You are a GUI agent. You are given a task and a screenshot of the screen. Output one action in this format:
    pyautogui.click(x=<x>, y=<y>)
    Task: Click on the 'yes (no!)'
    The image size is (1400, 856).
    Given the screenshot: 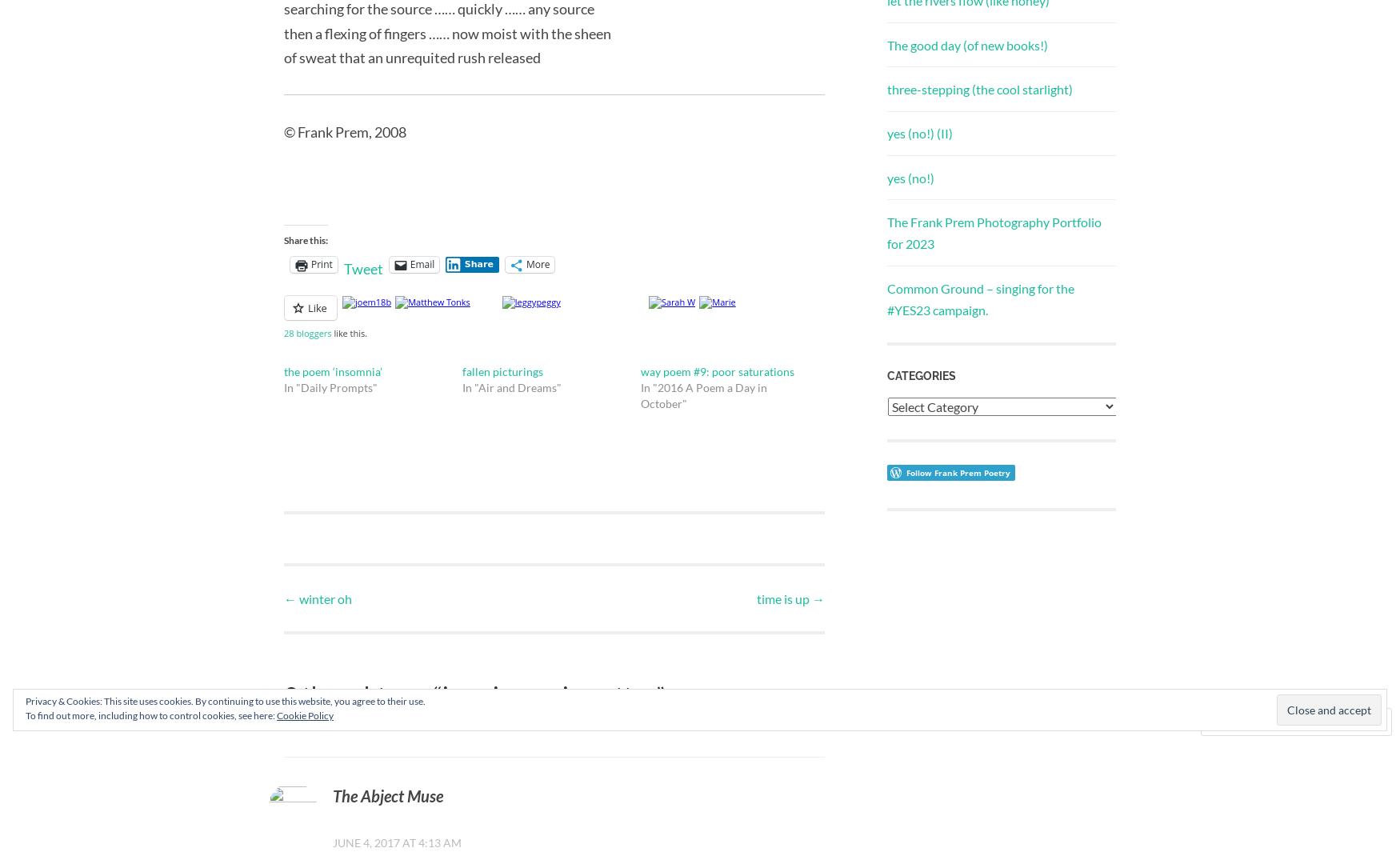 What is the action you would take?
    pyautogui.click(x=886, y=176)
    